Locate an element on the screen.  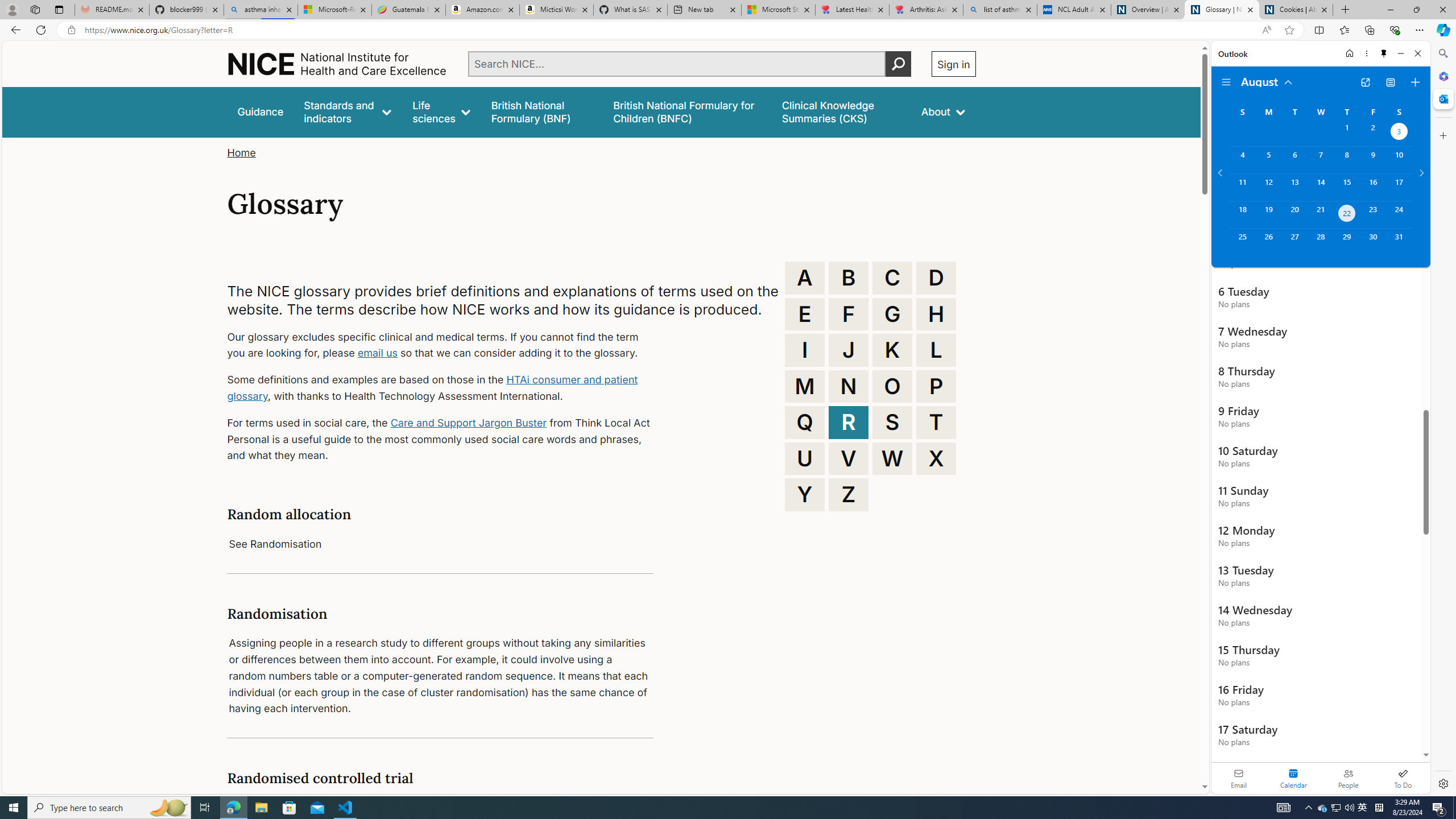
'Settings' is located at coordinates (1442, 783).